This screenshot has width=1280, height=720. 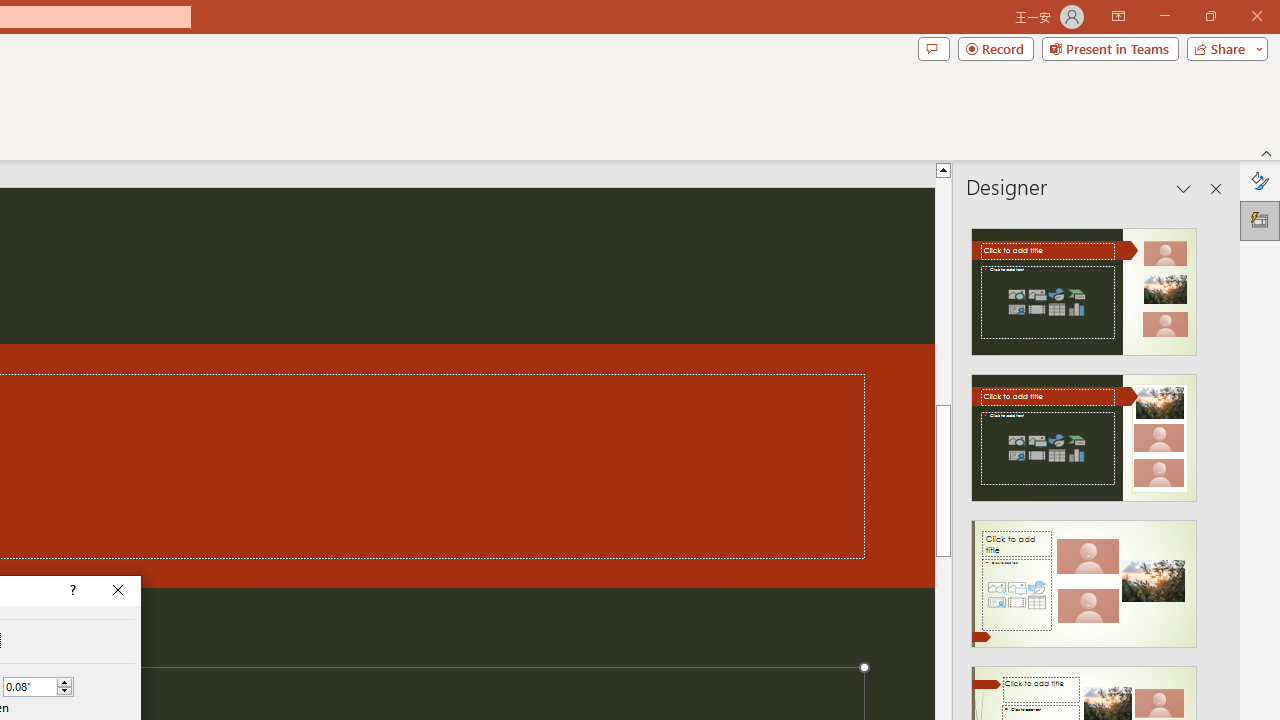 I want to click on 'Custom Spacing', so click(x=30, y=686).